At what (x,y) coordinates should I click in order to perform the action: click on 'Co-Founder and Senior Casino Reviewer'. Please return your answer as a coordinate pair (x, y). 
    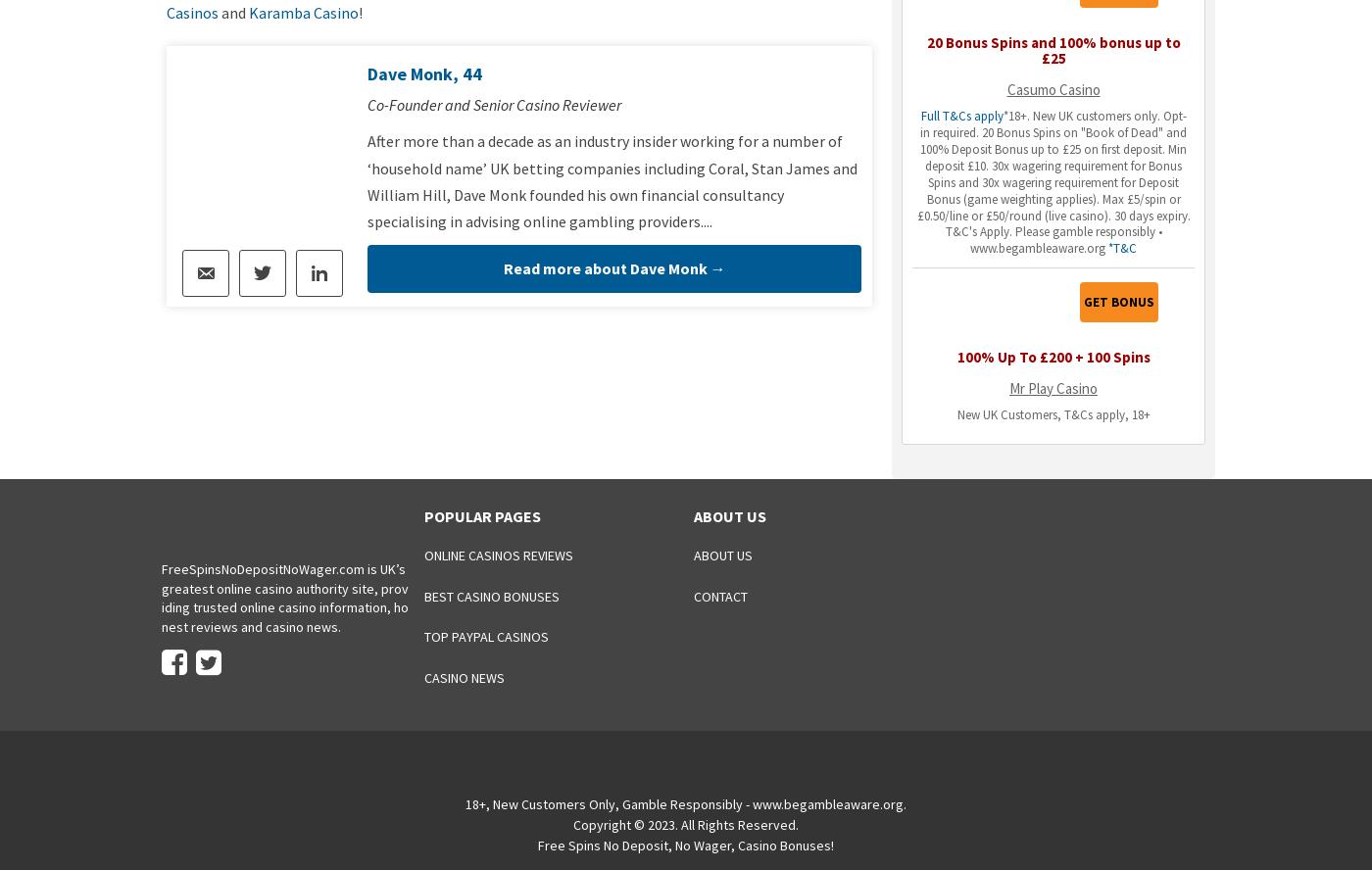
    Looking at the image, I should click on (494, 104).